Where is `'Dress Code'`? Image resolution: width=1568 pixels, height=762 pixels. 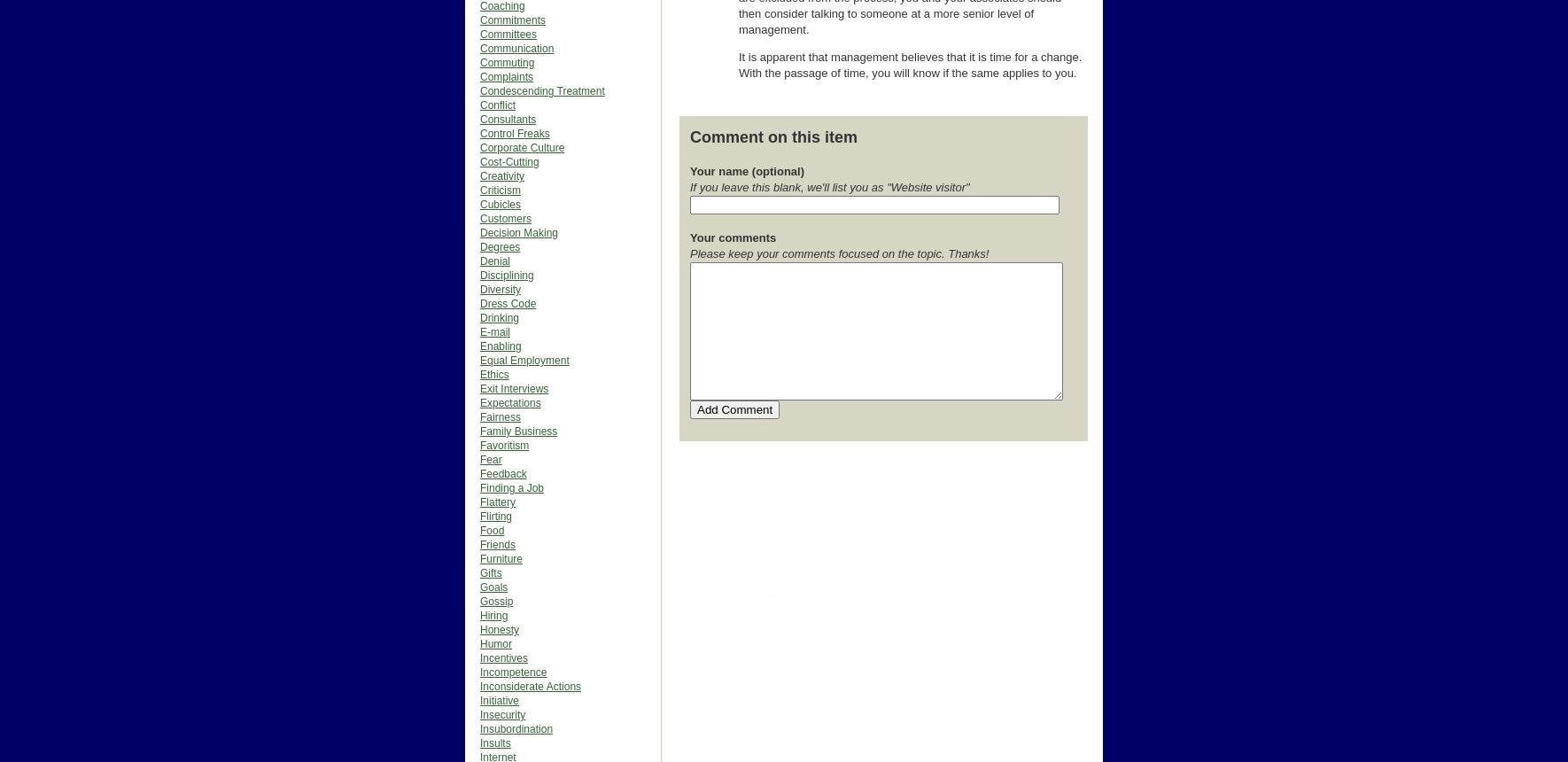 'Dress Code' is located at coordinates (508, 303).